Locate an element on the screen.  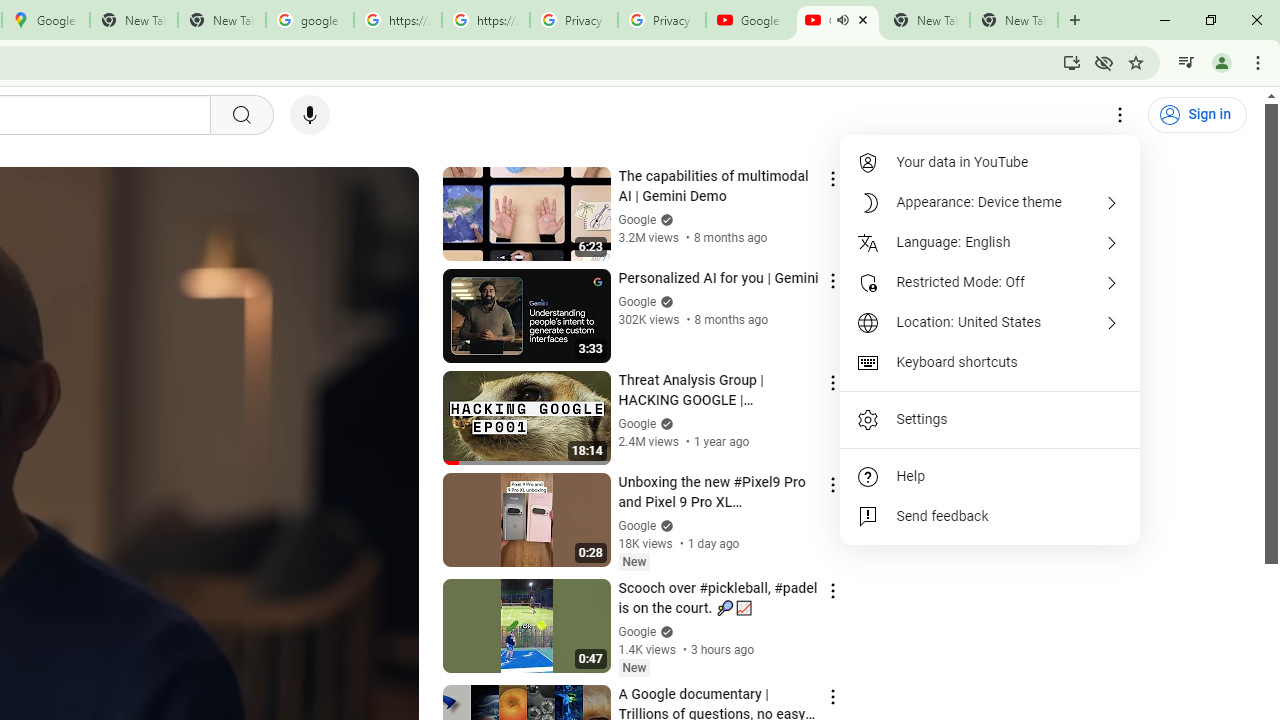
'Action menu' is located at coordinates (832, 695).